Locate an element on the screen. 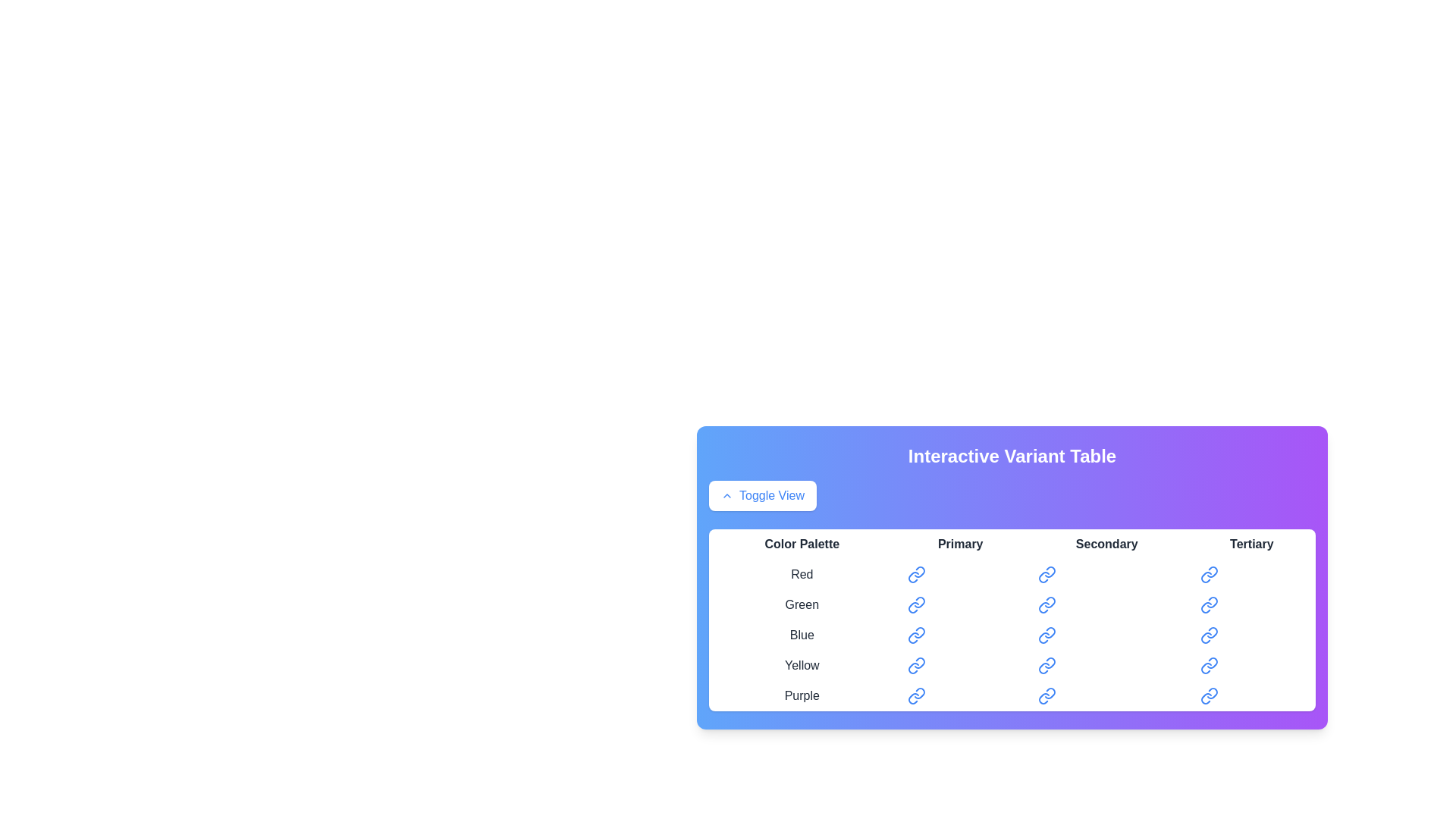 The height and width of the screenshot is (819, 1456). the blue link icon in the 'Interactive Variant Table' located at the intersection of the 'Yellow' row and 'Primary' column is located at coordinates (915, 665).